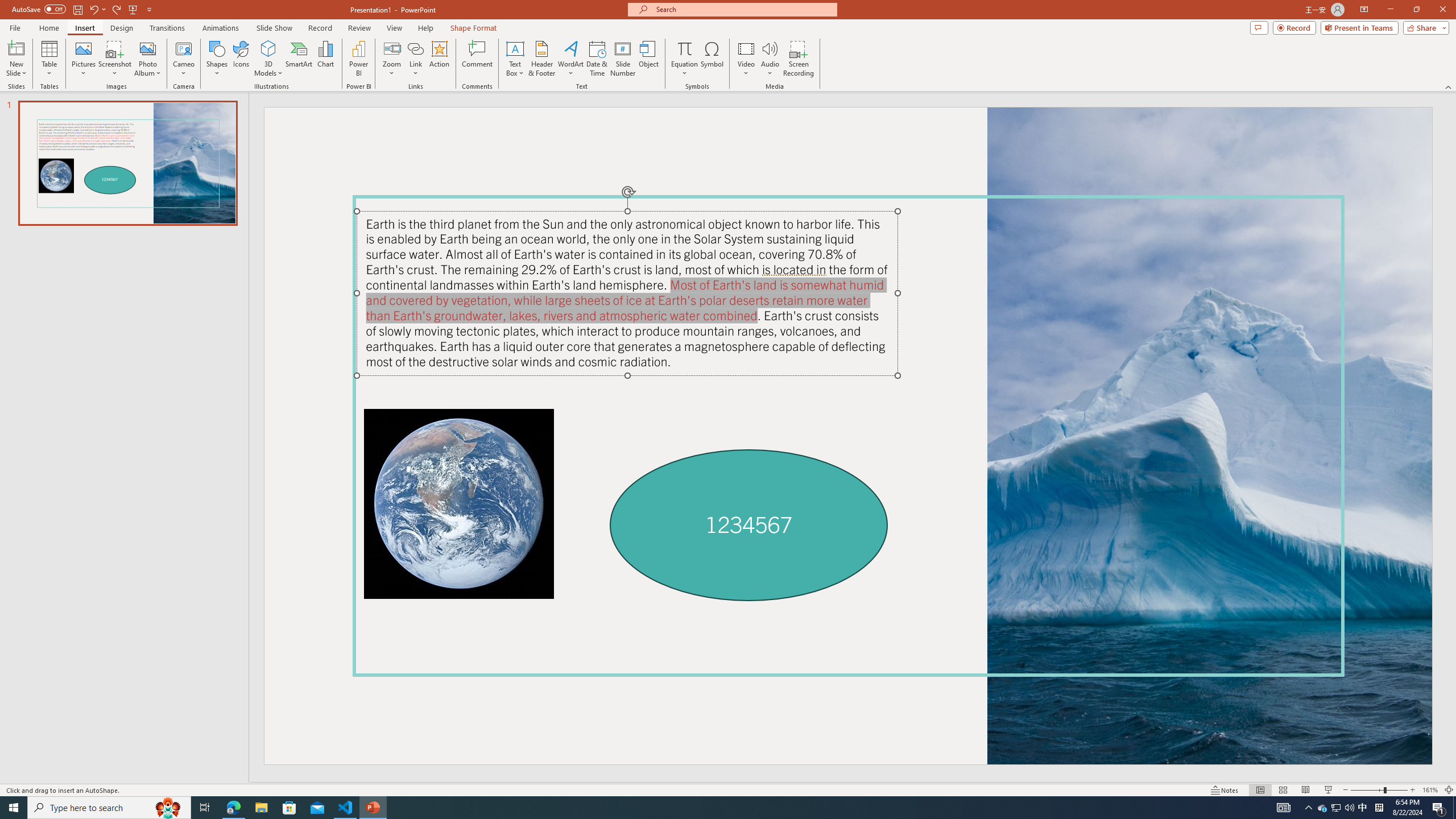  I want to click on 'Equation', so click(684, 59).